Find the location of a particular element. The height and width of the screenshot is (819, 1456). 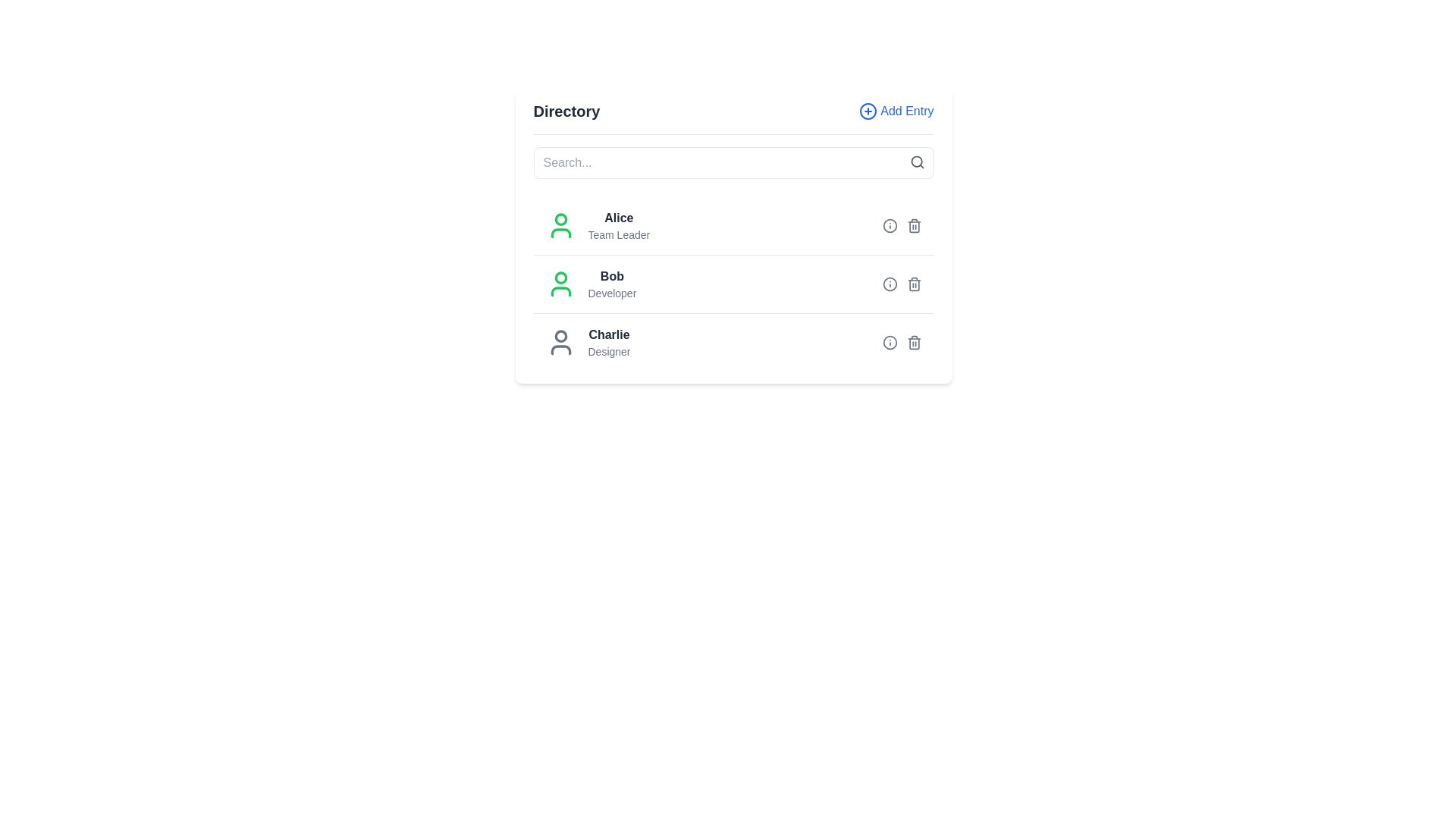

the small circle element inside the SVG avatar icon representing the head of 'Alice' in the list is located at coordinates (560, 219).